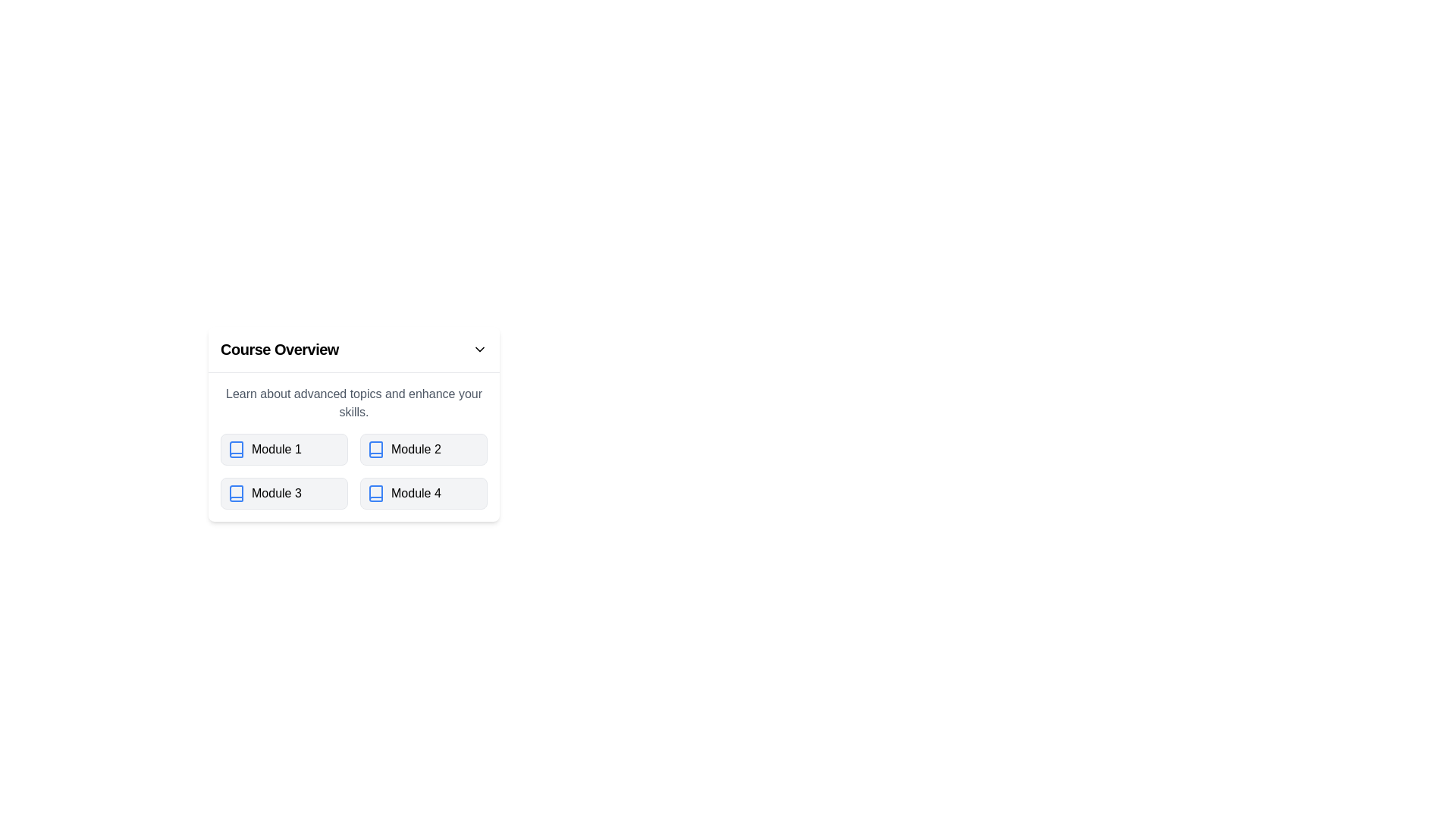  I want to click on the upper text description in the 'Course Overview' section that provides an introduction to the course content, so click(353, 403).